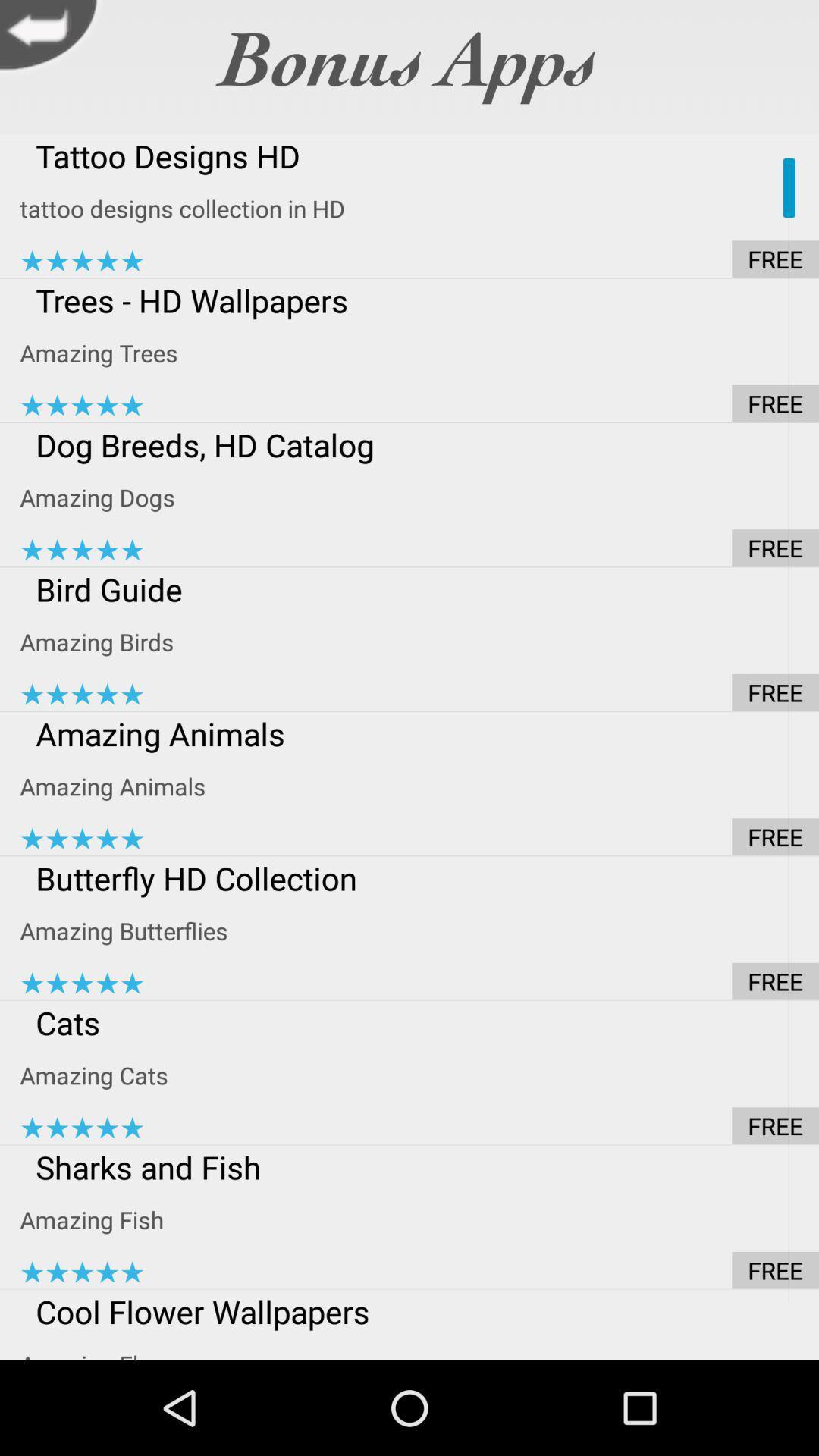  What do you see at coordinates (419, 930) in the screenshot?
I see `icon below the   butterfly hd collection  item` at bounding box center [419, 930].